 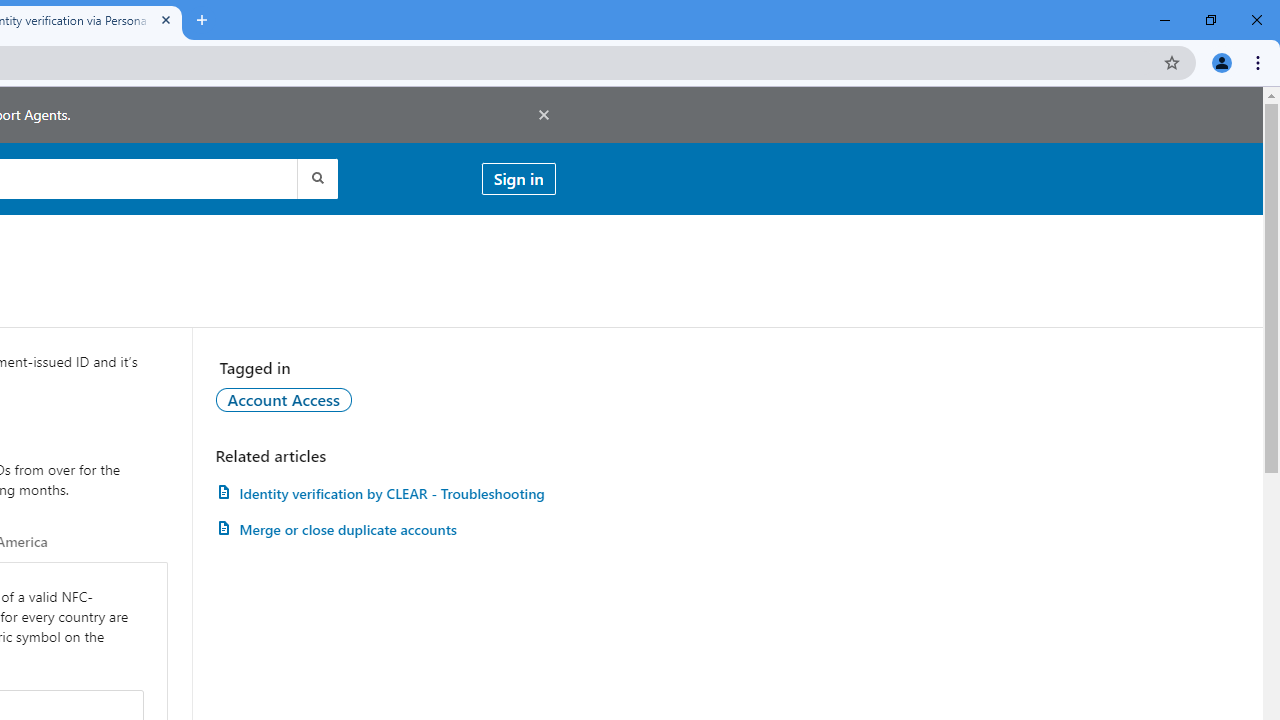 I want to click on 'Account Access', so click(x=282, y=399).